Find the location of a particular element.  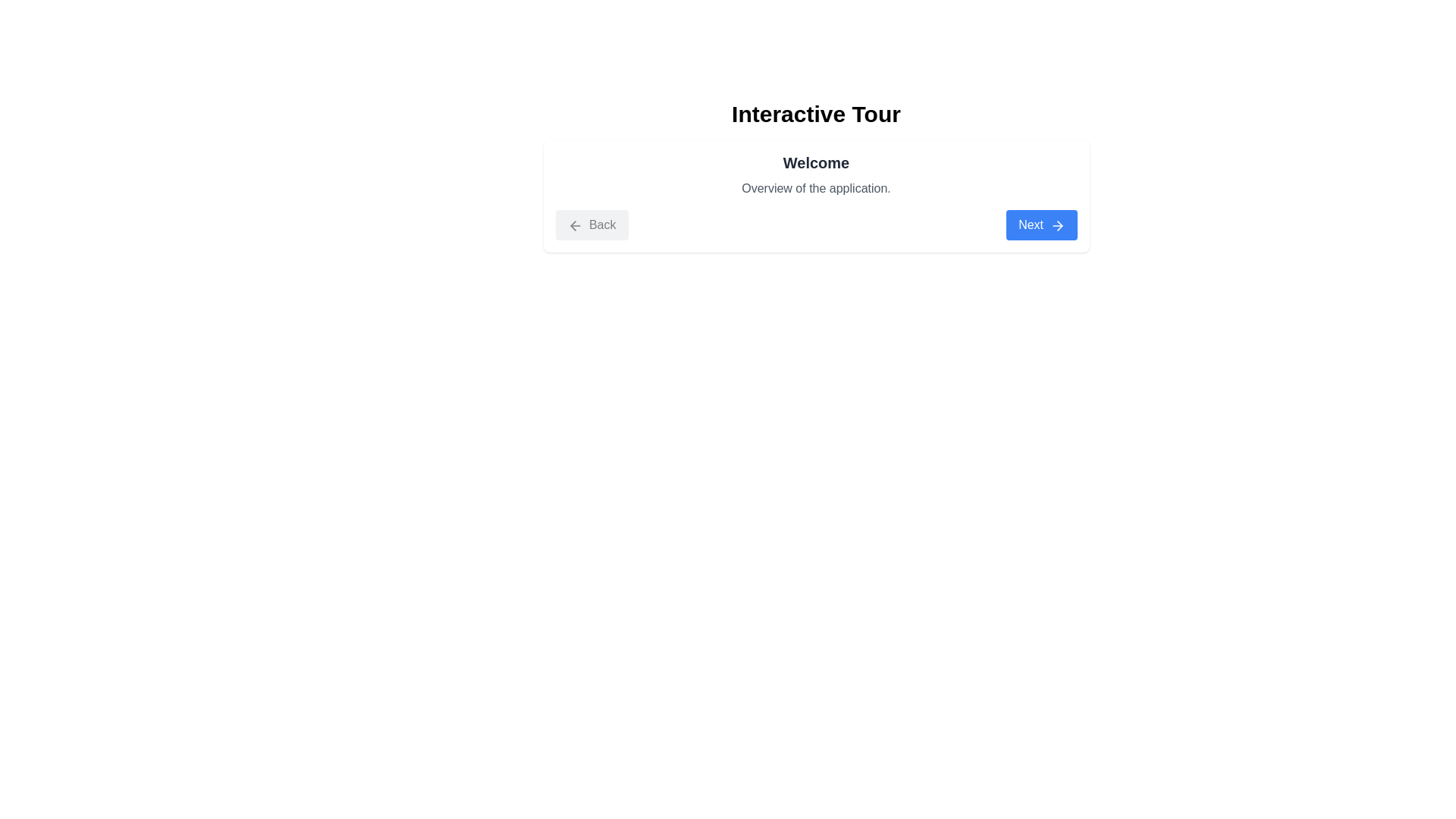

the left-pointing arrow icon inside the 'Back' button is located at coordinates (572, 225).